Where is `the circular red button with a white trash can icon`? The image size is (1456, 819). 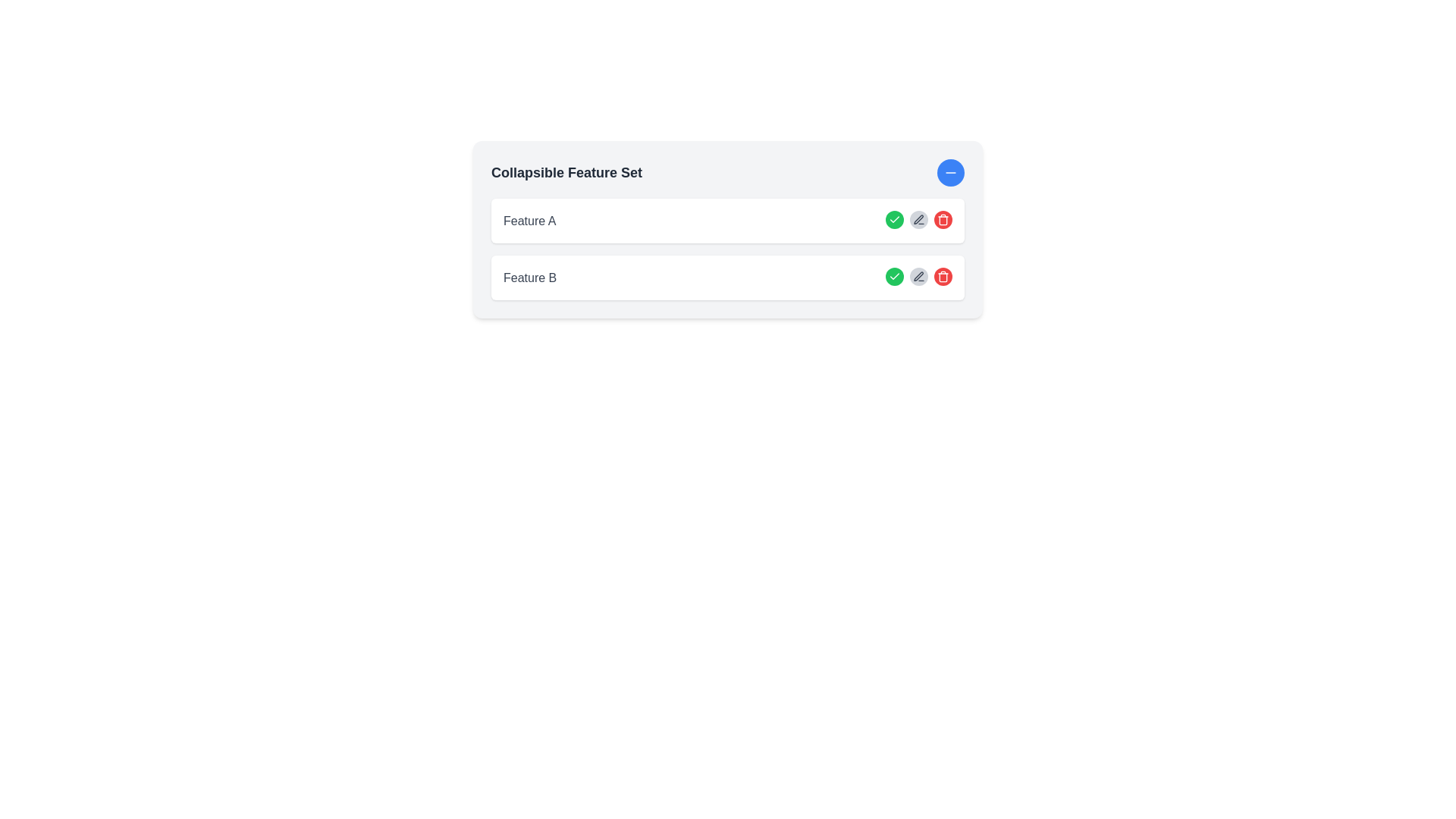 the circular red button with a white trash can icon is located at coordinates (942, 219).